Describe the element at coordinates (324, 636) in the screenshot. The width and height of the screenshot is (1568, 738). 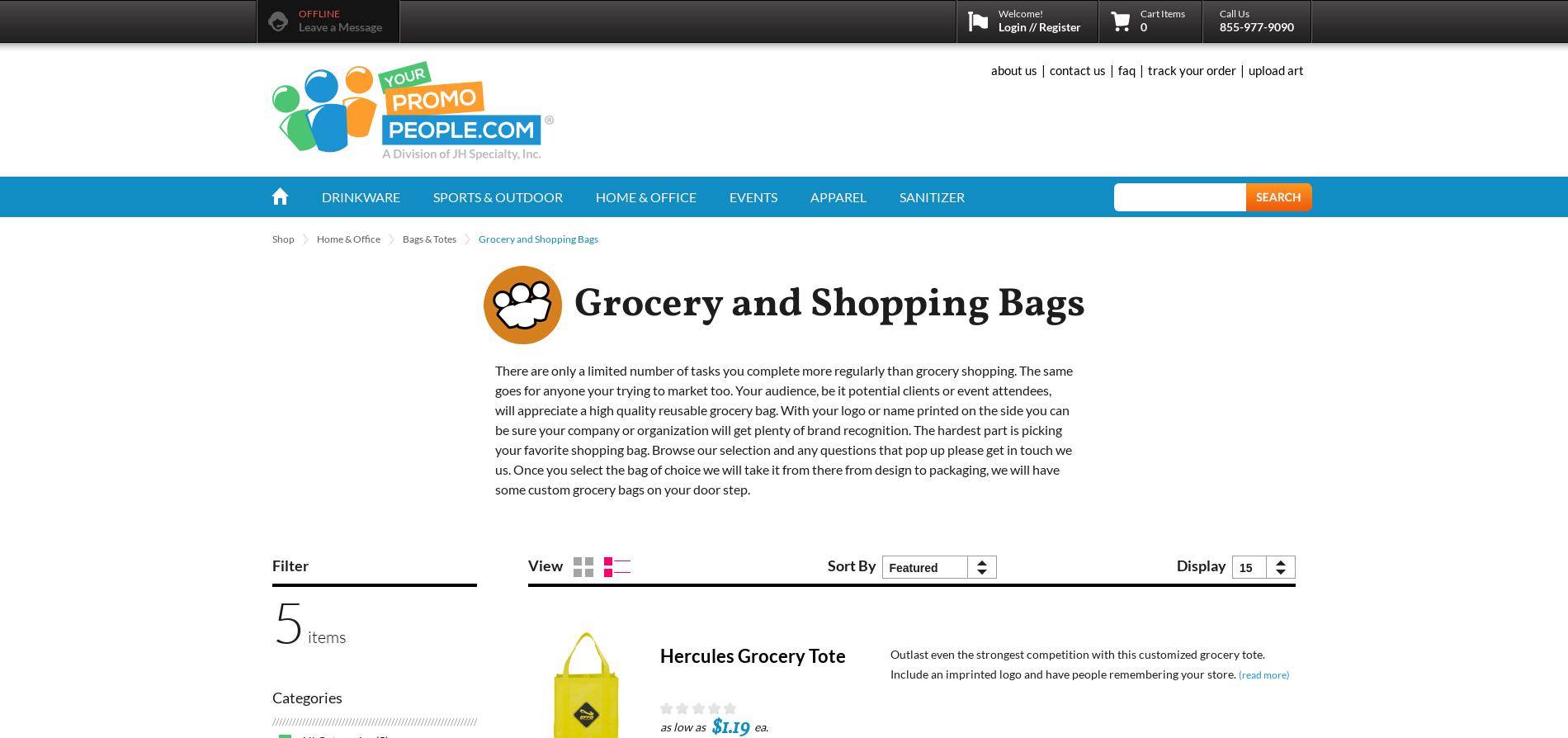
I see `'items'` at that location.